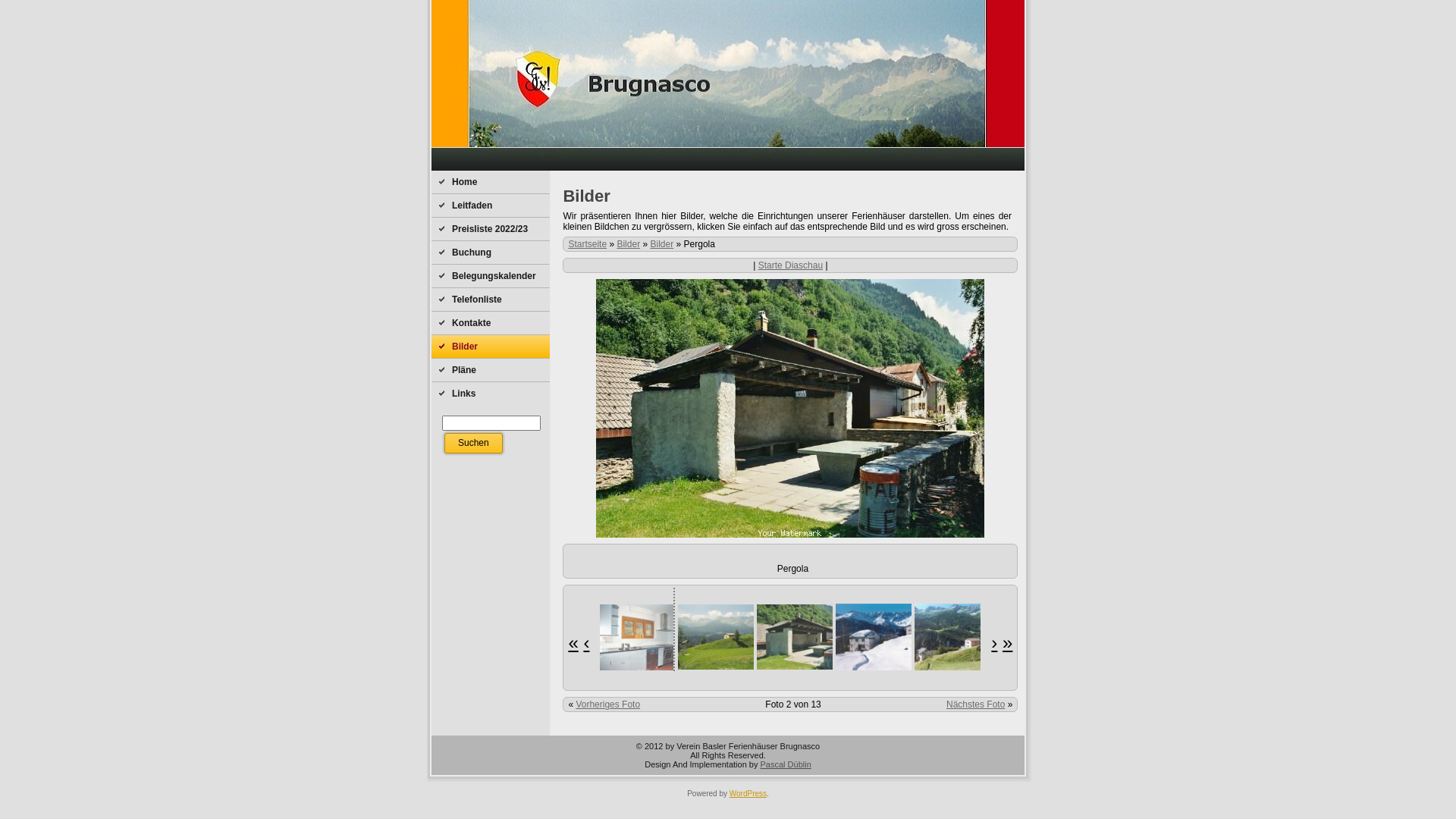  I want to click on 'Leitfaden', so click(431, 205).